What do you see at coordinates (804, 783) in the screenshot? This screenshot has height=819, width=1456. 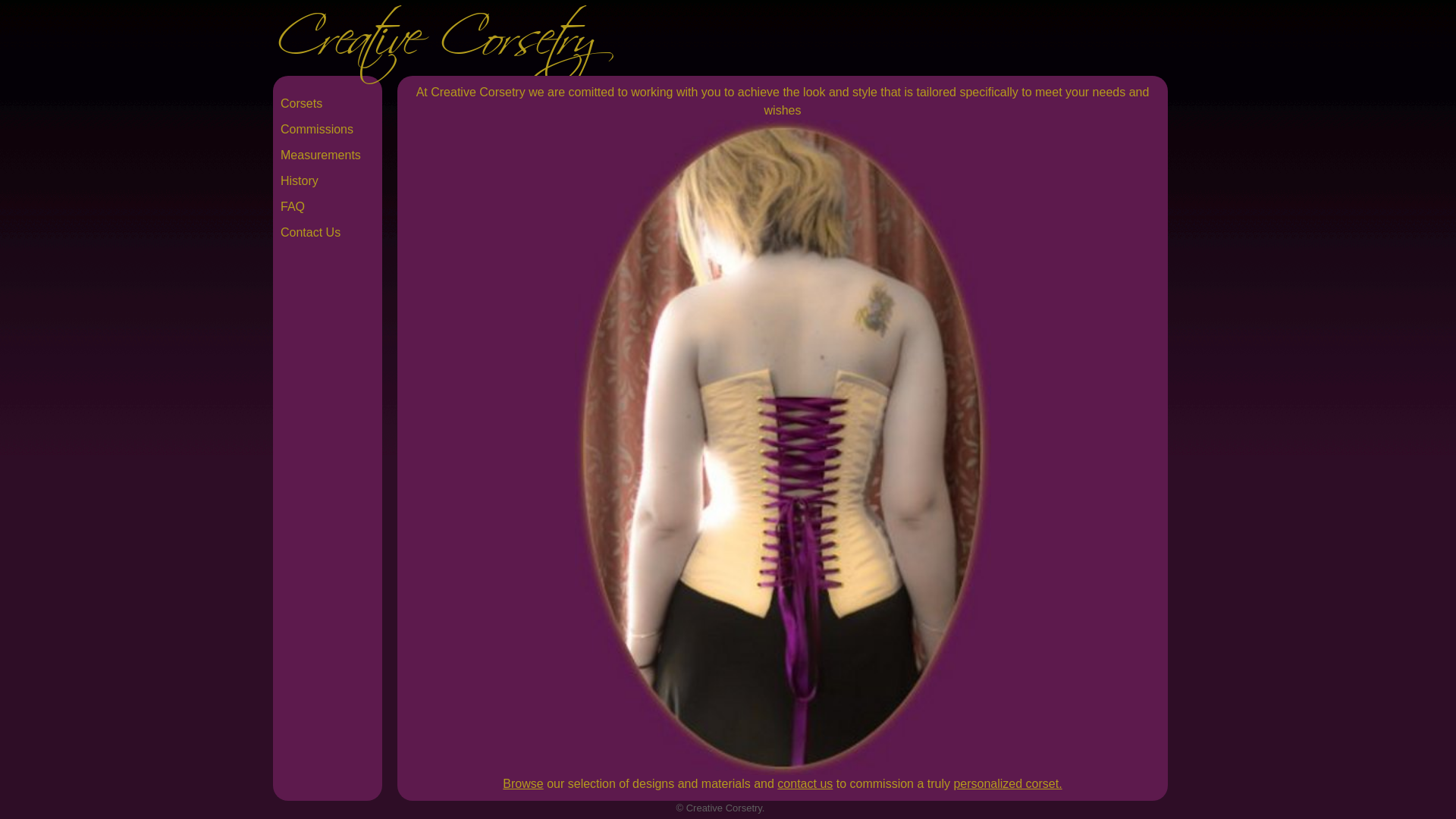 I see `'contact us'` at bounding box center [804, 783].